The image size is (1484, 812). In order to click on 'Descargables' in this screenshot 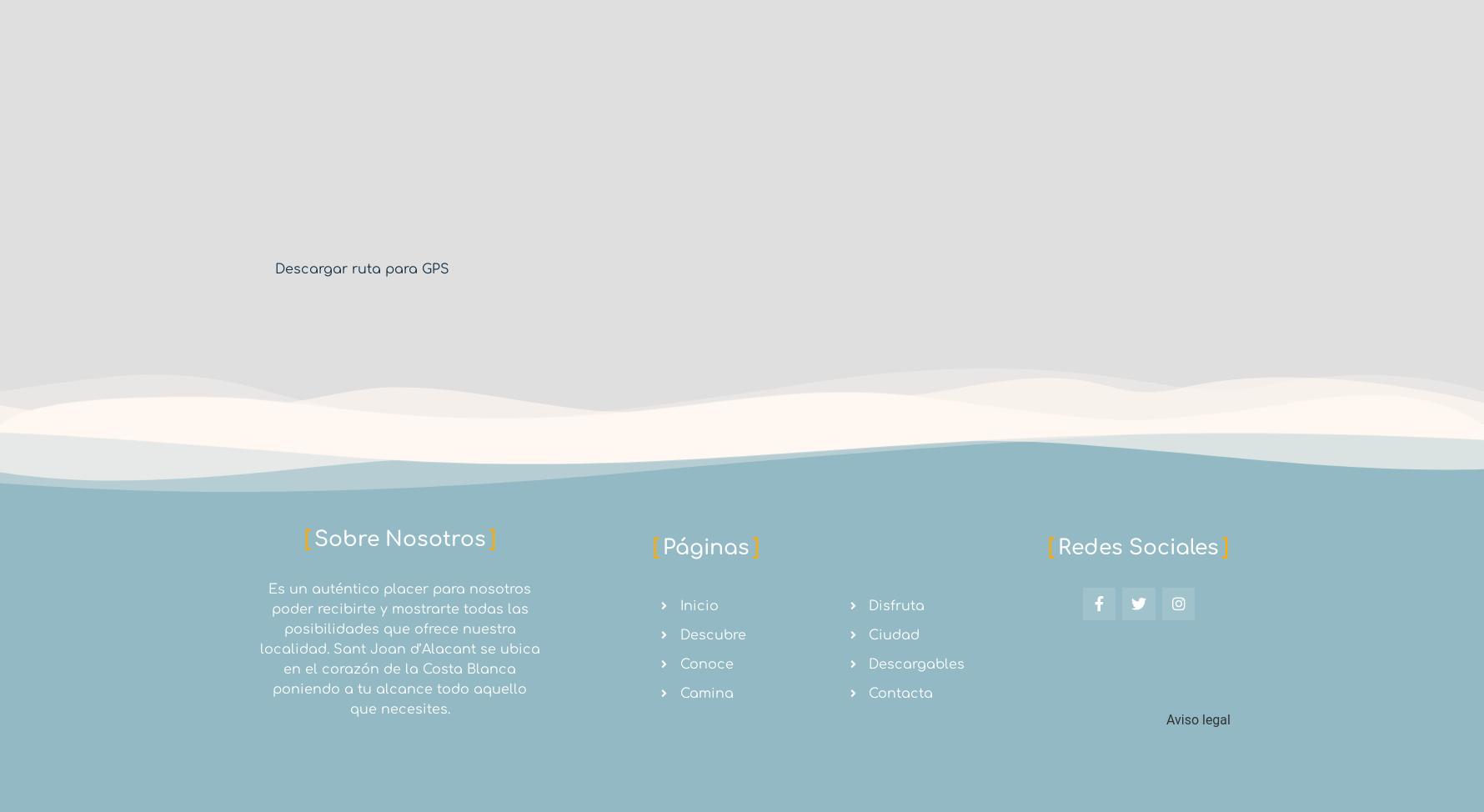, I will do `click(916, 662)`.